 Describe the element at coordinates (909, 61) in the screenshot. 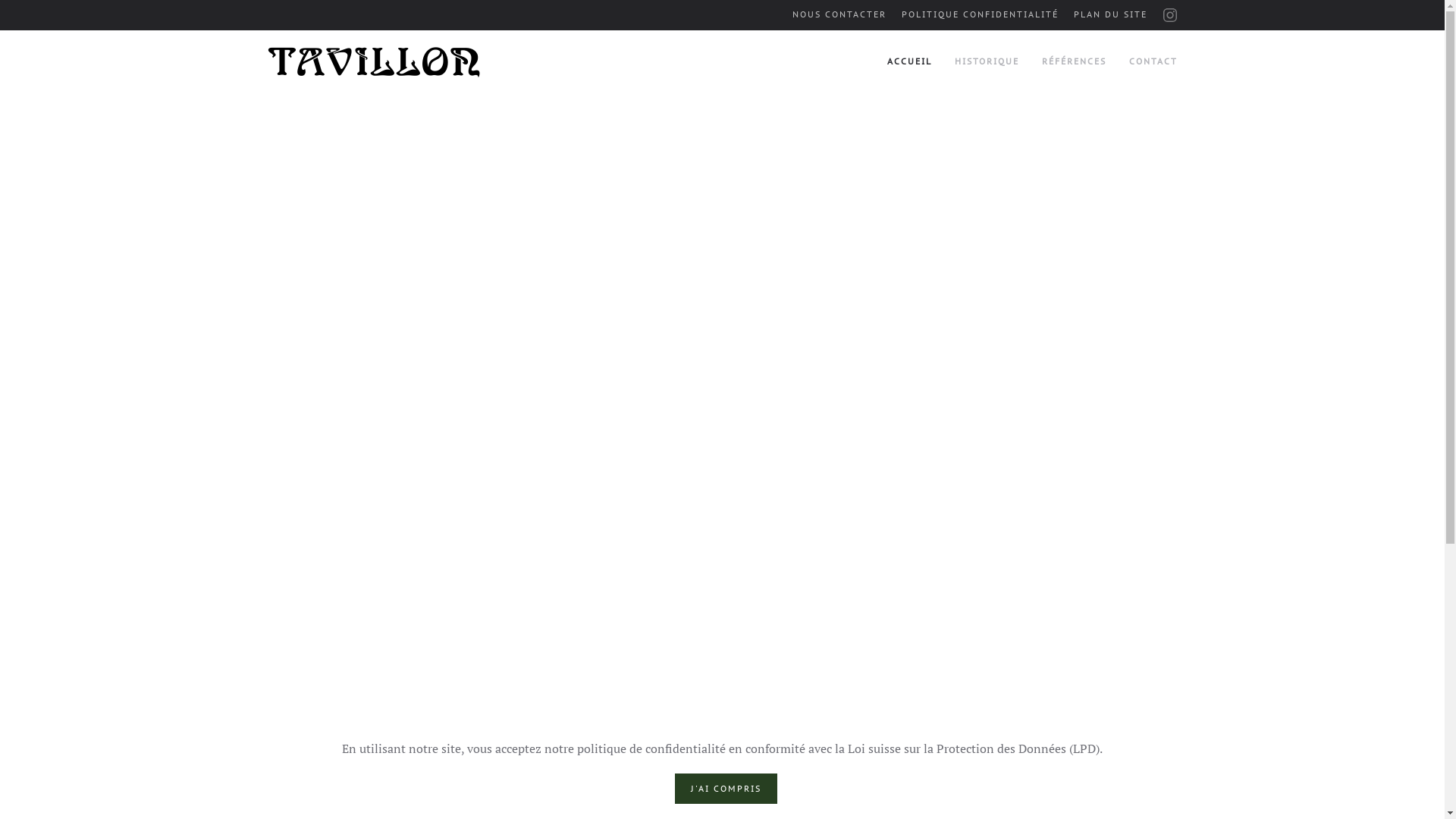

I see `'ACCUEIL'` at that location.